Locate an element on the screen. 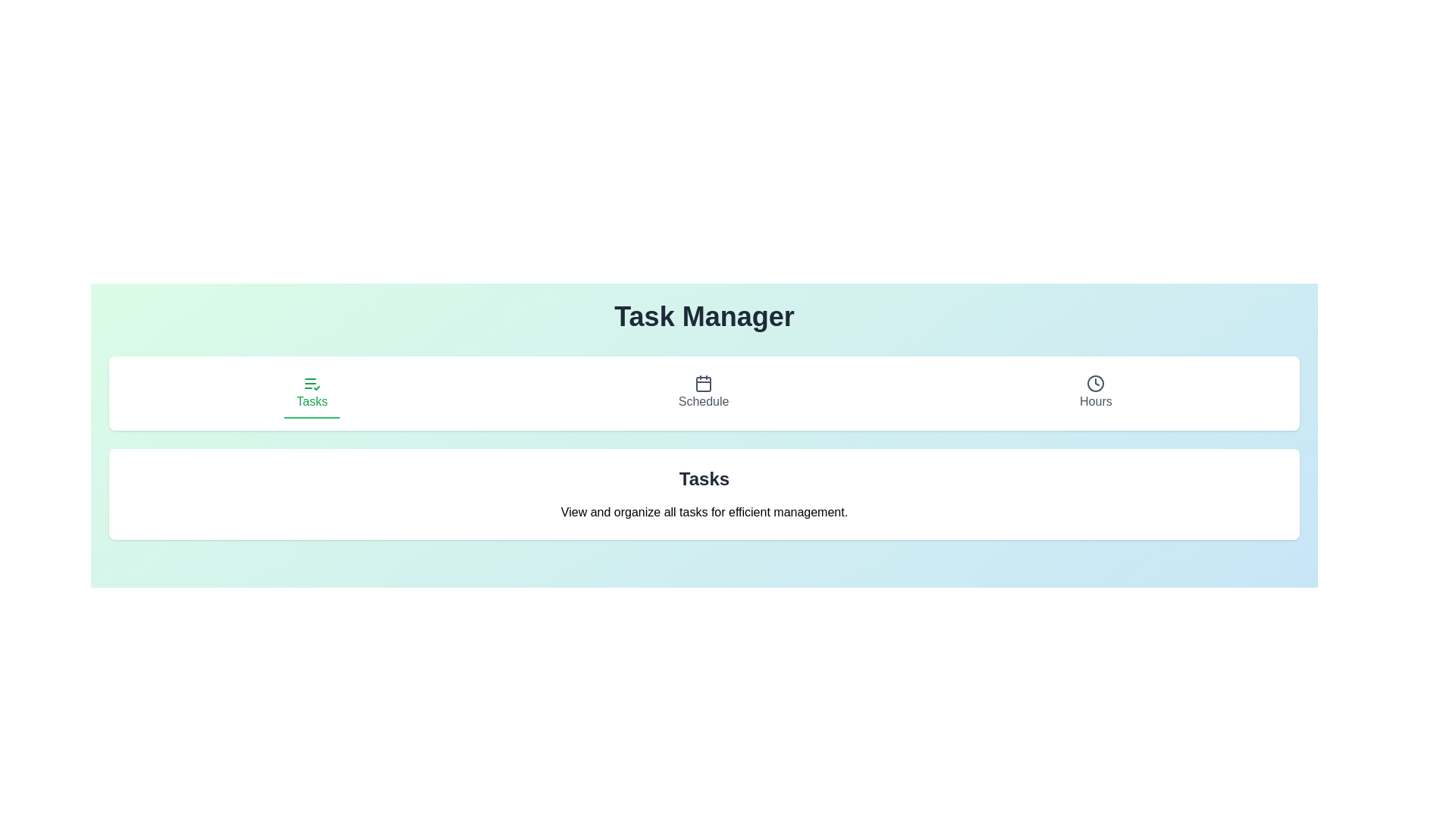  the clock-shaped icon located in the 'Hours' section, which is a clickable button in the header, positioned centrally above the 'Hours' label is located at coordinates (1096, 382).